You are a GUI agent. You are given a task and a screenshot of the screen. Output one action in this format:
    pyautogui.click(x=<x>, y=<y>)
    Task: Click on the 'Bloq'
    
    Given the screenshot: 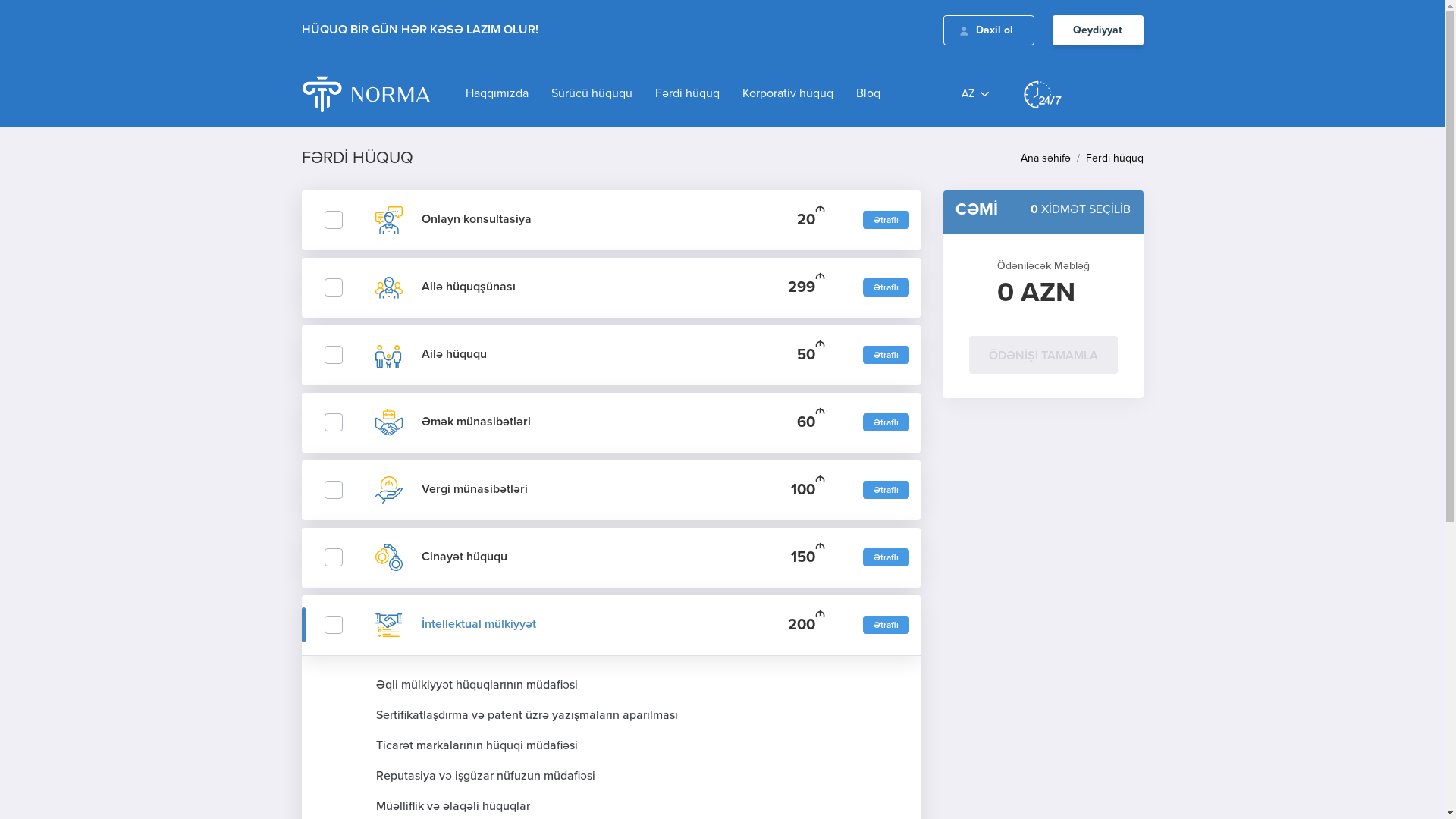 What is the action you would take?
    pyautogui.click(x=856, y=94)
    